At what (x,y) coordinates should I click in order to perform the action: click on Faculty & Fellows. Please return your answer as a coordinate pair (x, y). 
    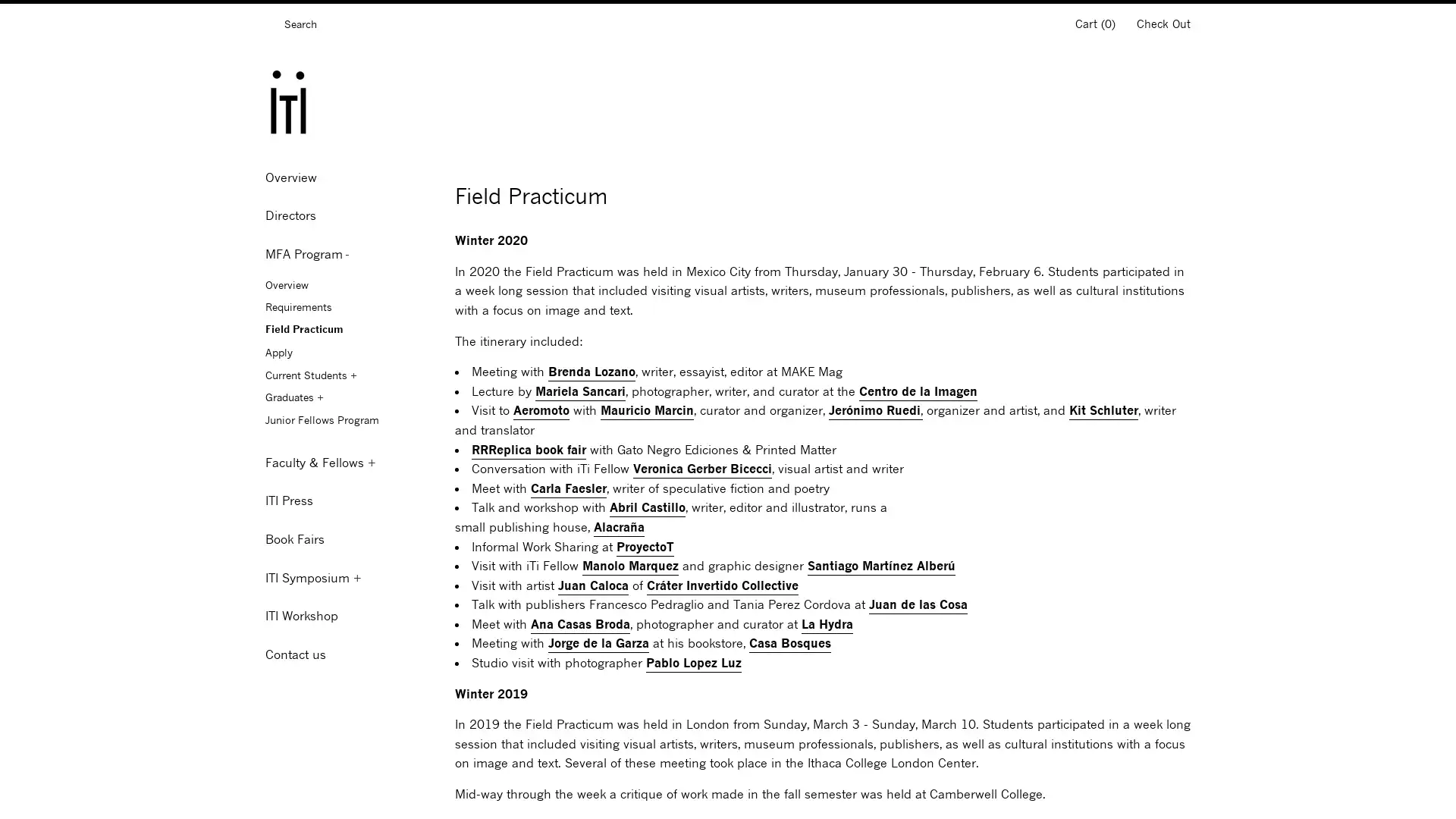
    Looking at the image, I should click on (348, 461).